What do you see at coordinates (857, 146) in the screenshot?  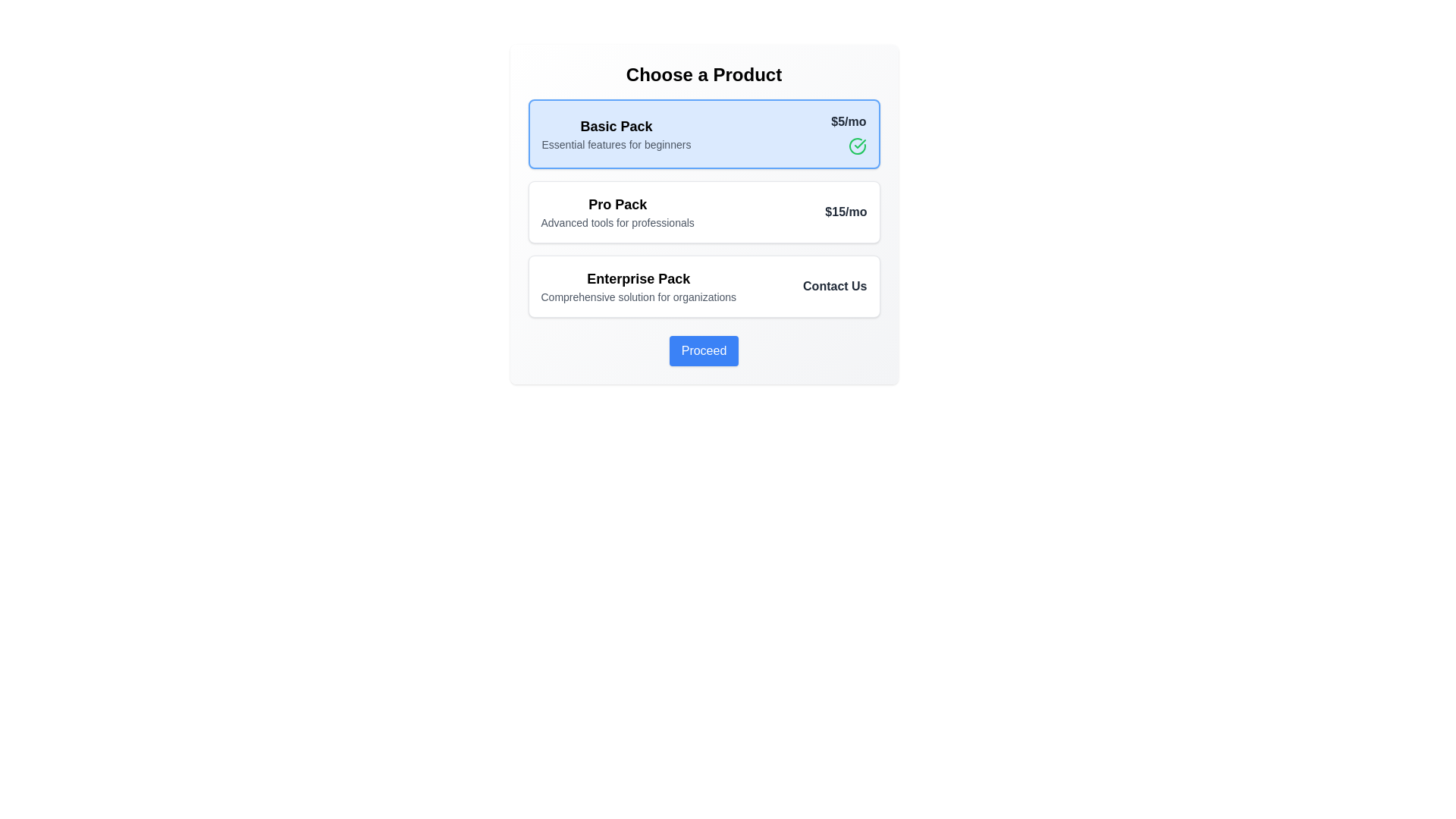 I see `the Icon indicating that the 'Basic Pack' option has been selected, located to the right of the '$5/mo' text in the selection card layout` at bounding box center [857, 146].